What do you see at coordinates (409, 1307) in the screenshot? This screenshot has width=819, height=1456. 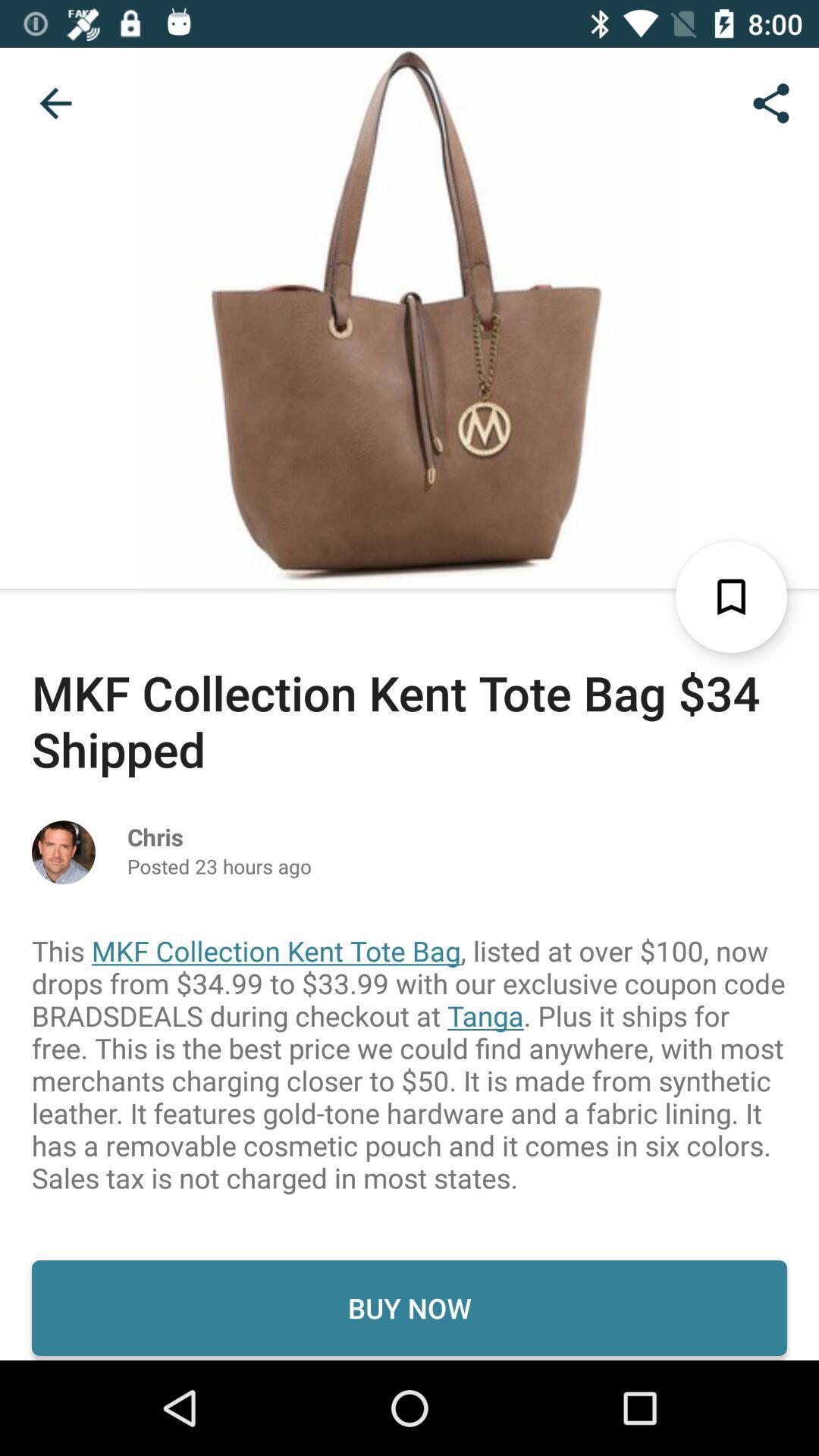 I see `buy now` at bounding box center [409, 1307].